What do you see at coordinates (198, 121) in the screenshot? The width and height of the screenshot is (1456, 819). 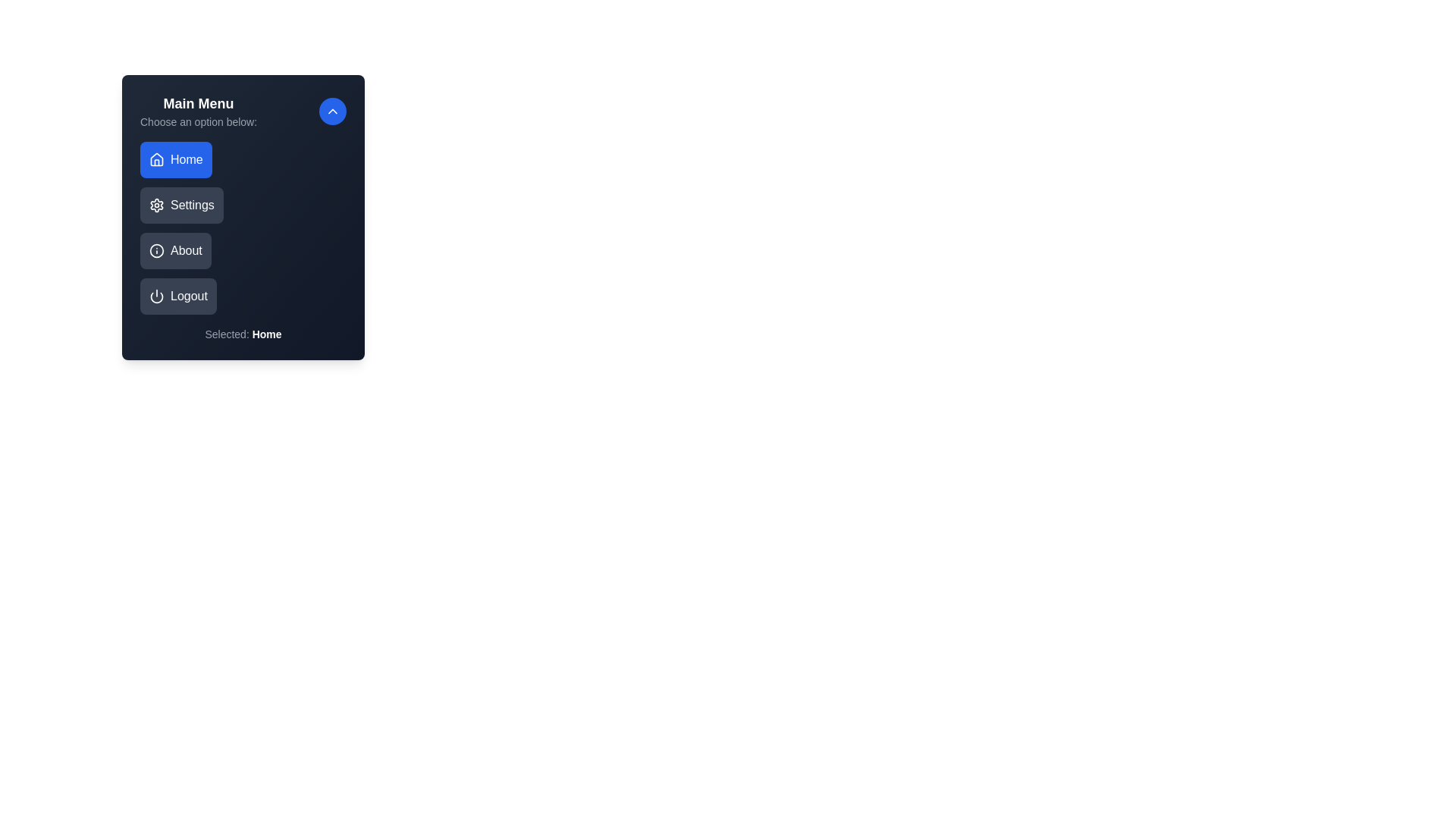 I see `the text label displaying 'Choose an option below:' which is styled in light gray and located beneath the 'Main Menu' title` at bounding box center [198, 121].